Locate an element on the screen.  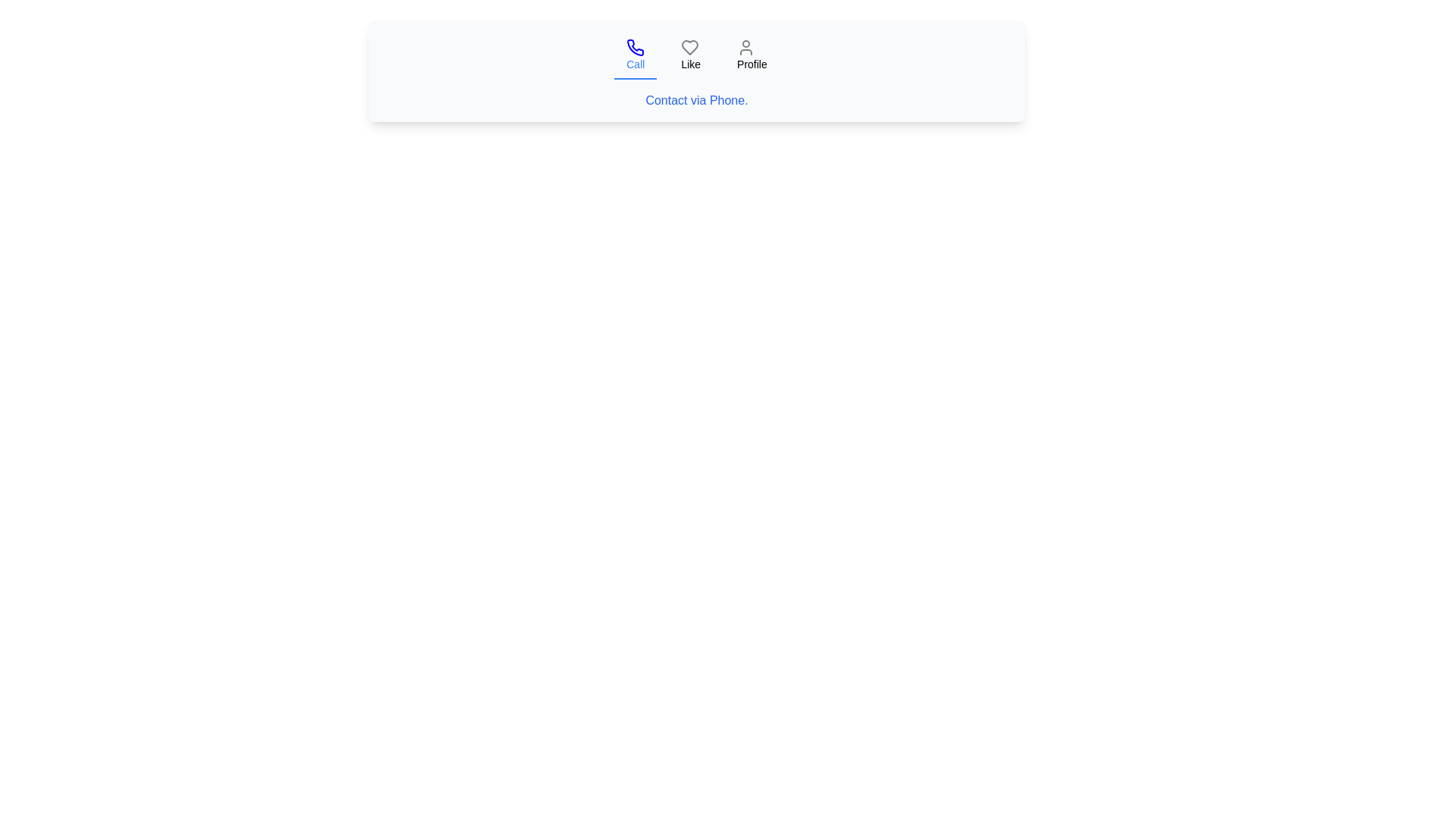
the 'Like' button, which is the second item in the navigation bar is located at coordinates (690, 55).